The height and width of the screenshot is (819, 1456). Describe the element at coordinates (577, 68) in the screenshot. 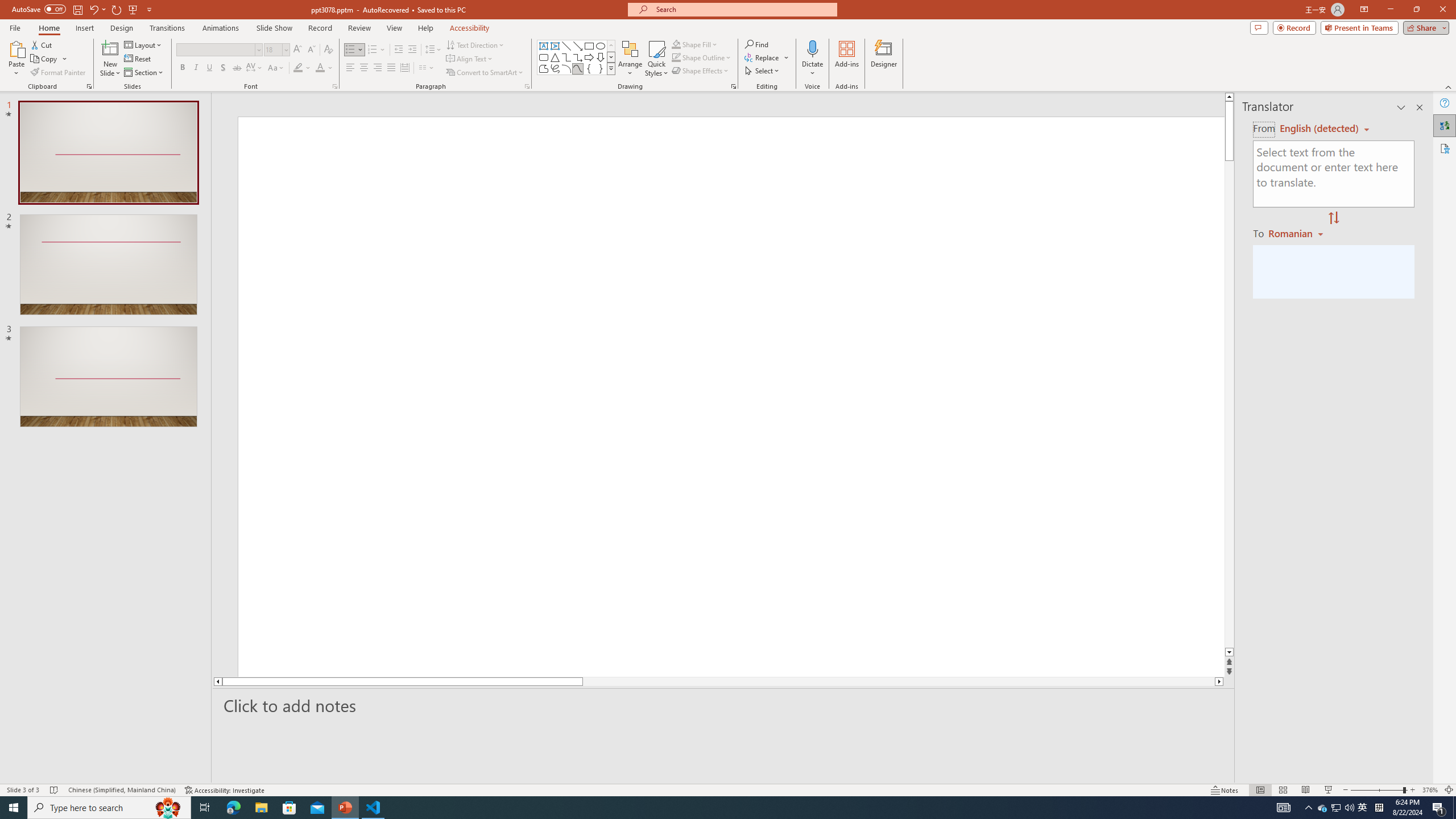

I see `'Curve'` at that location.